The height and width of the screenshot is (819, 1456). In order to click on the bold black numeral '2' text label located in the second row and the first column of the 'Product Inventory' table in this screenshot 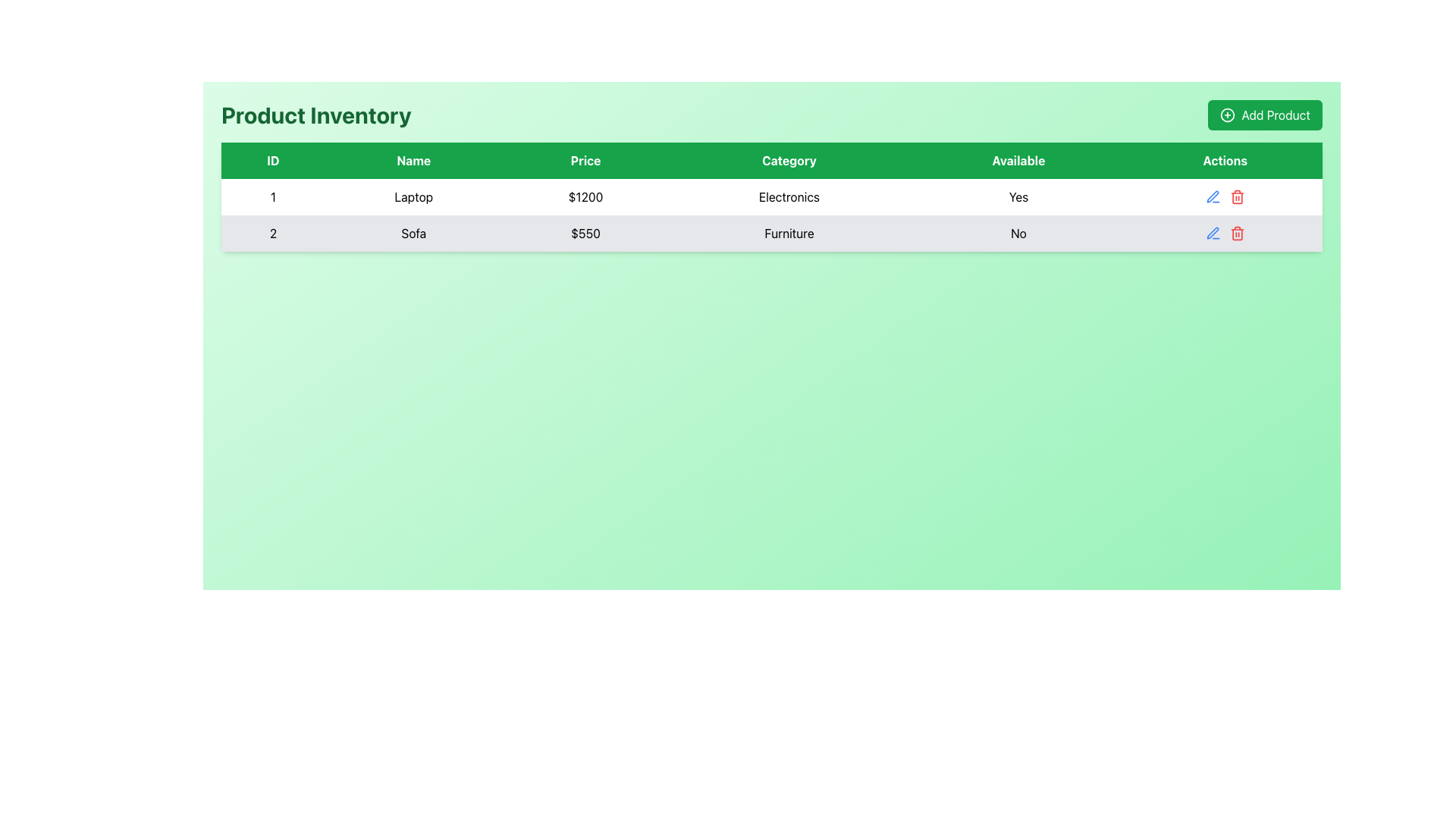, I will do `click(273, 234)`.